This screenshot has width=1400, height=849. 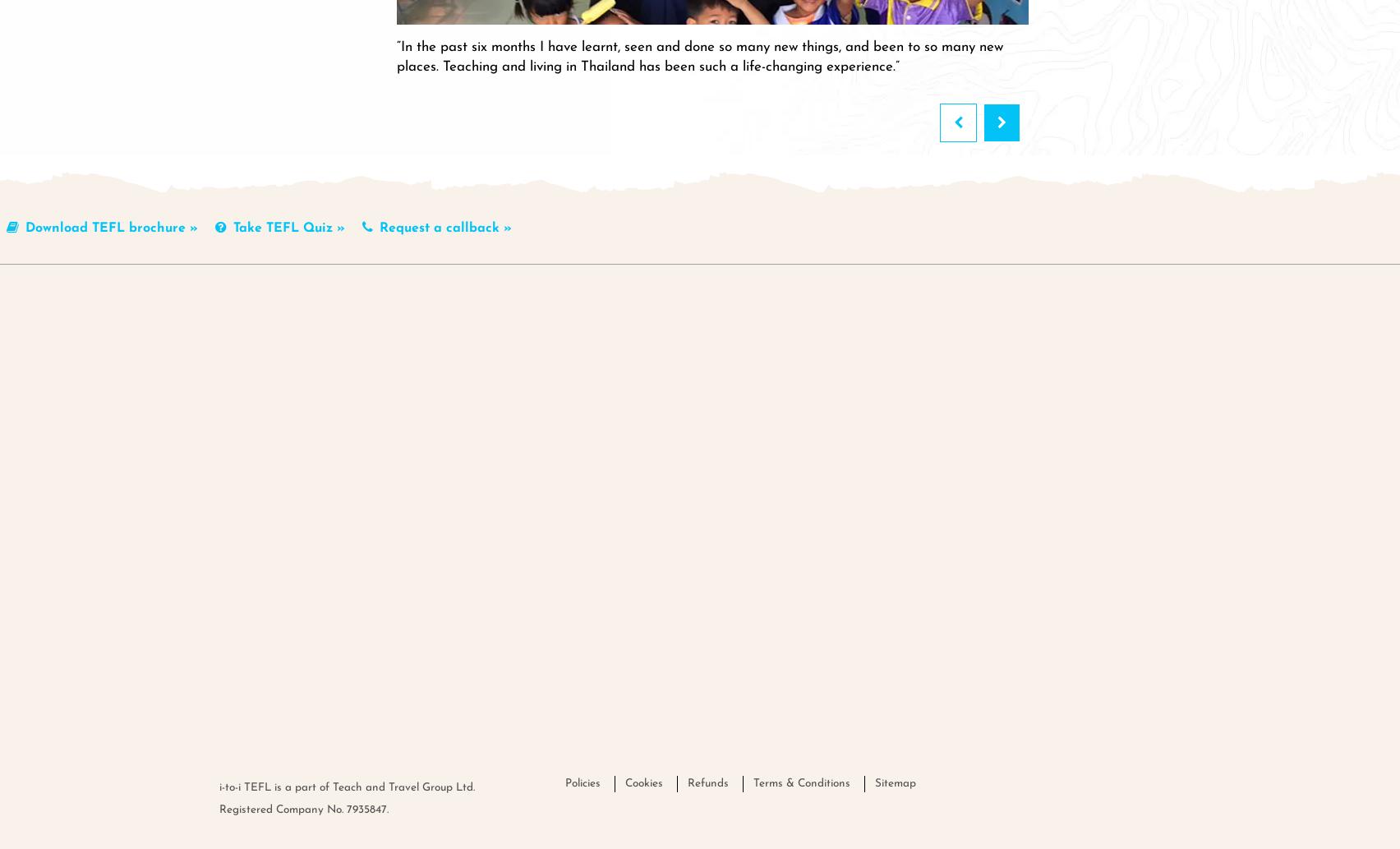 I want to click on 'Sitemap', so click(x=895, y=782).